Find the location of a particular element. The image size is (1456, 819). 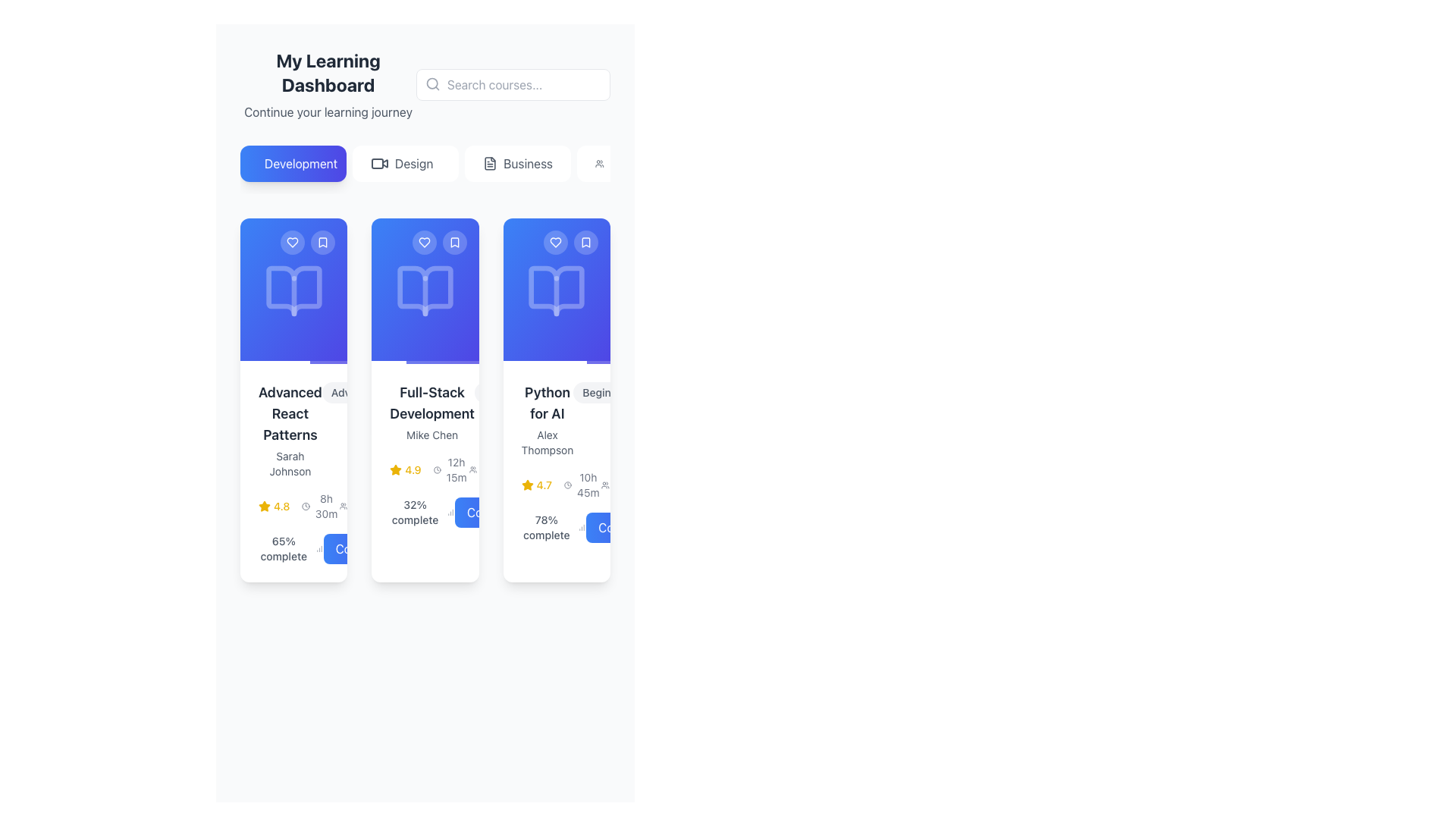

text from the Text Label element displaying 'Python for AI' and 'Alex Thompson', located in the middle section of the third course card from the left is located at coordinates (546, 420).